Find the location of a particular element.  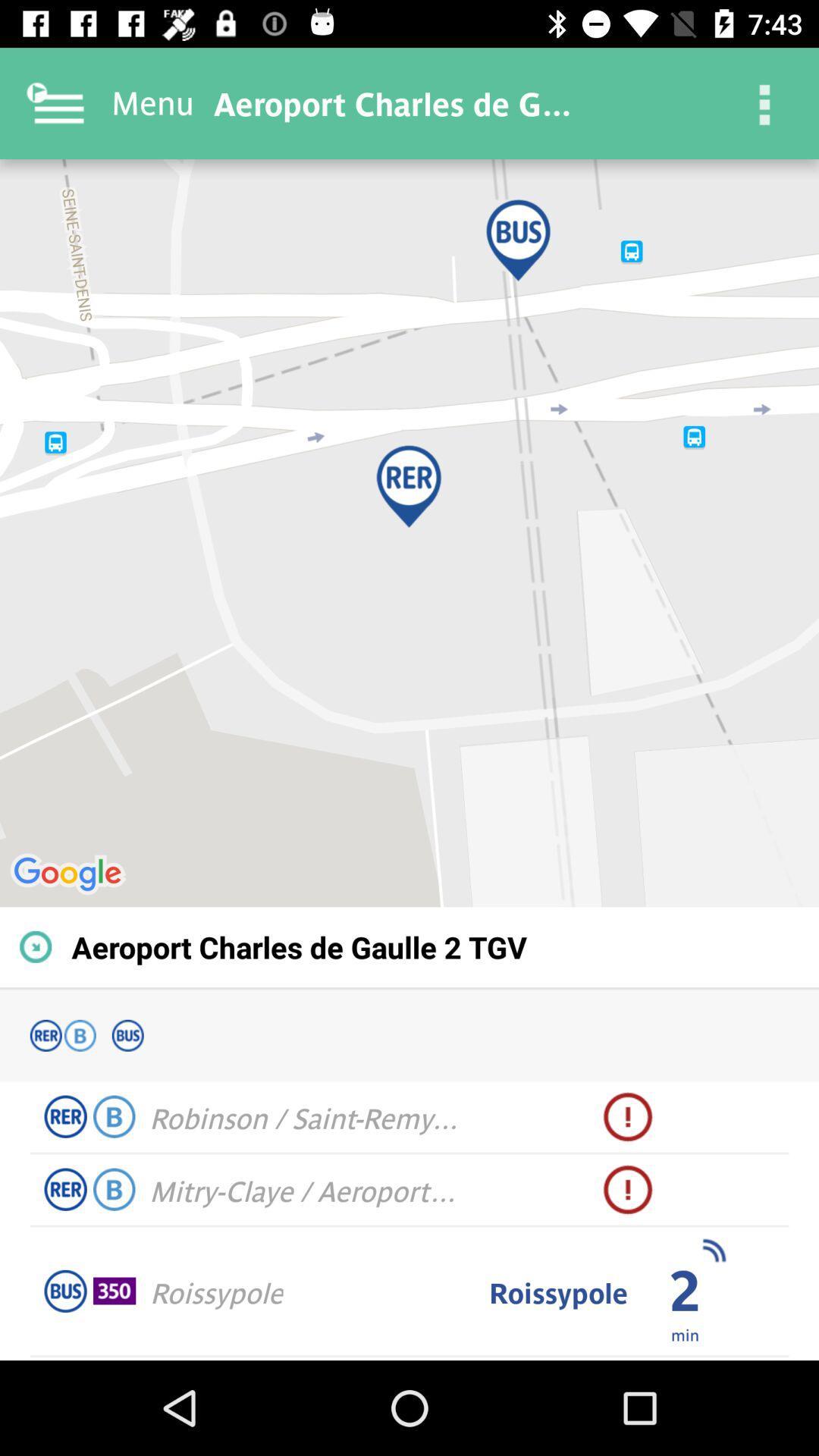

the item to the right of 2 is located at coordinates (714, 1250).